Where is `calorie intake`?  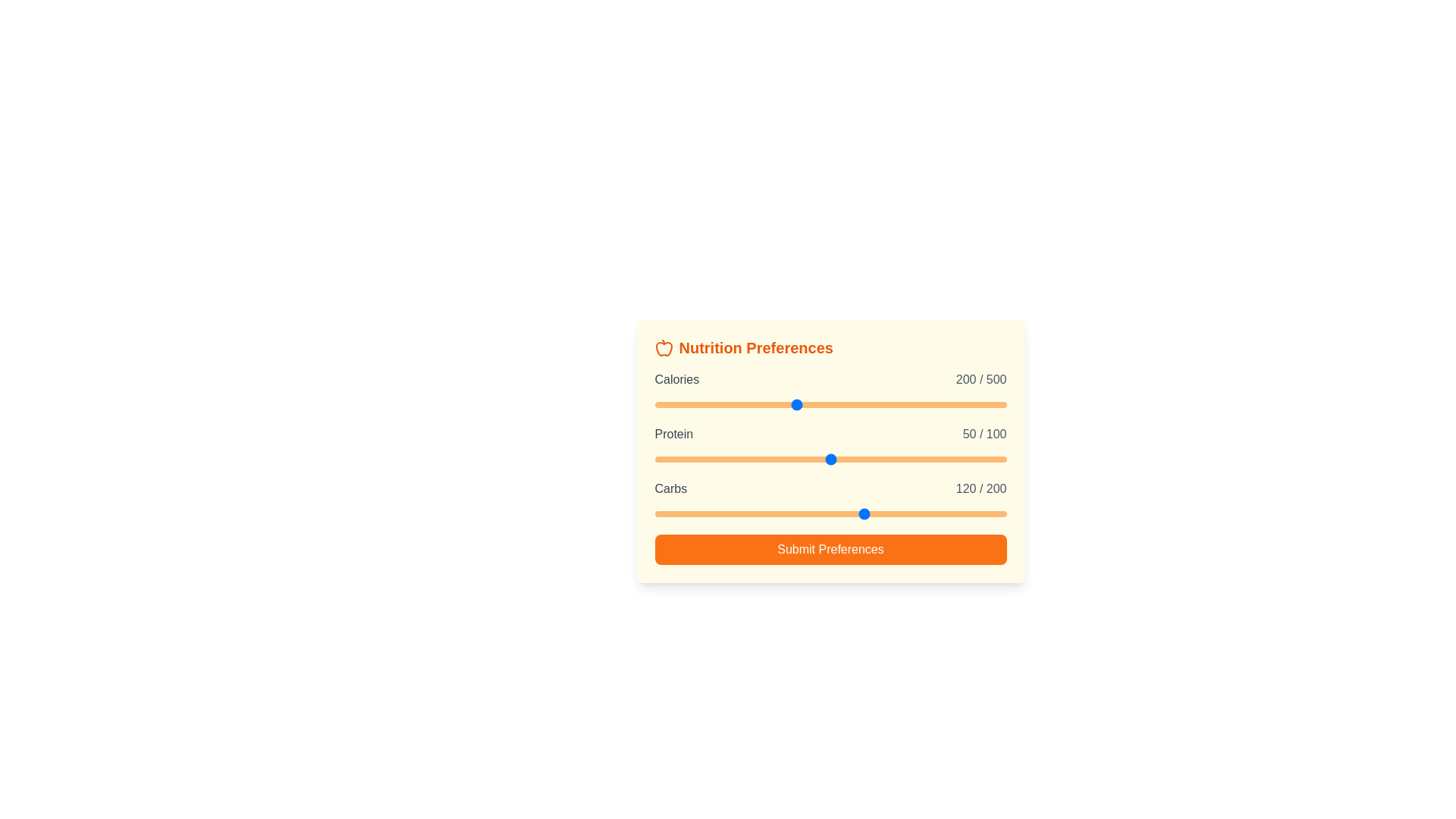
calorie intake is located at coordinates (868, 403).